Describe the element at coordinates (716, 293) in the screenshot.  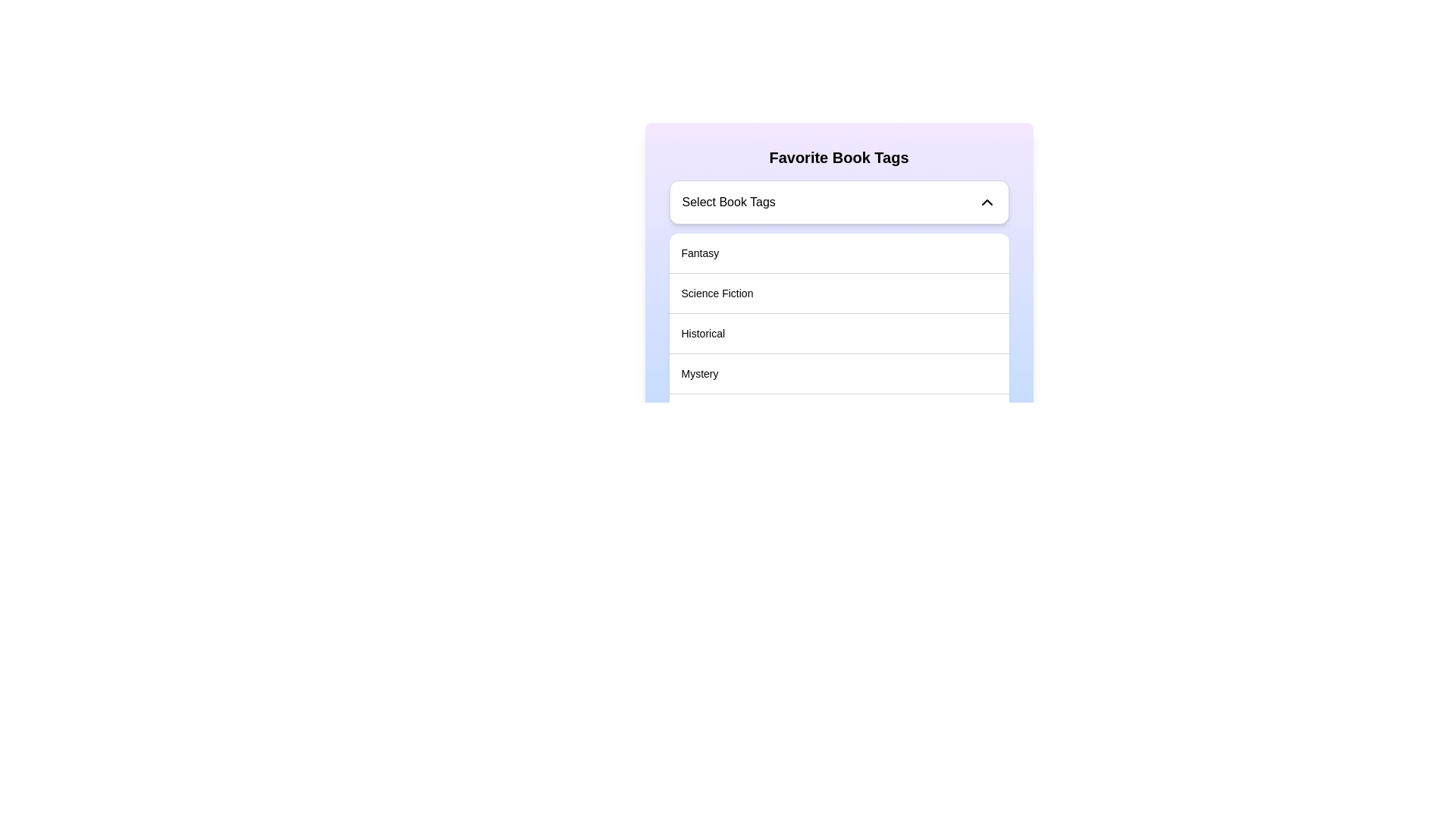
I see `the 'Science Fiction' text label` at that location.